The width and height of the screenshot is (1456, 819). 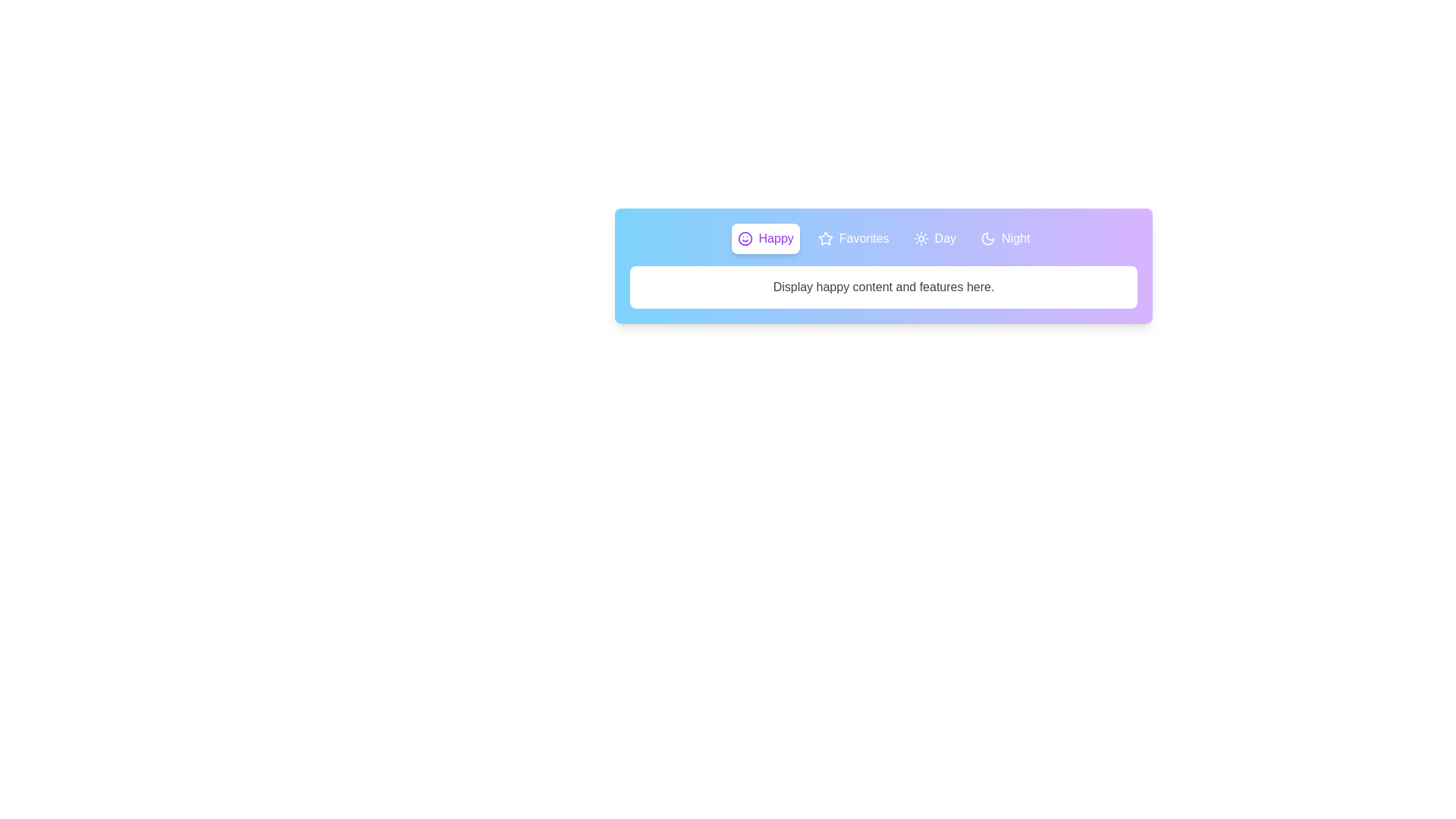 I want to click on the Happy tab to switch to its content, so click(x=765, y=239).